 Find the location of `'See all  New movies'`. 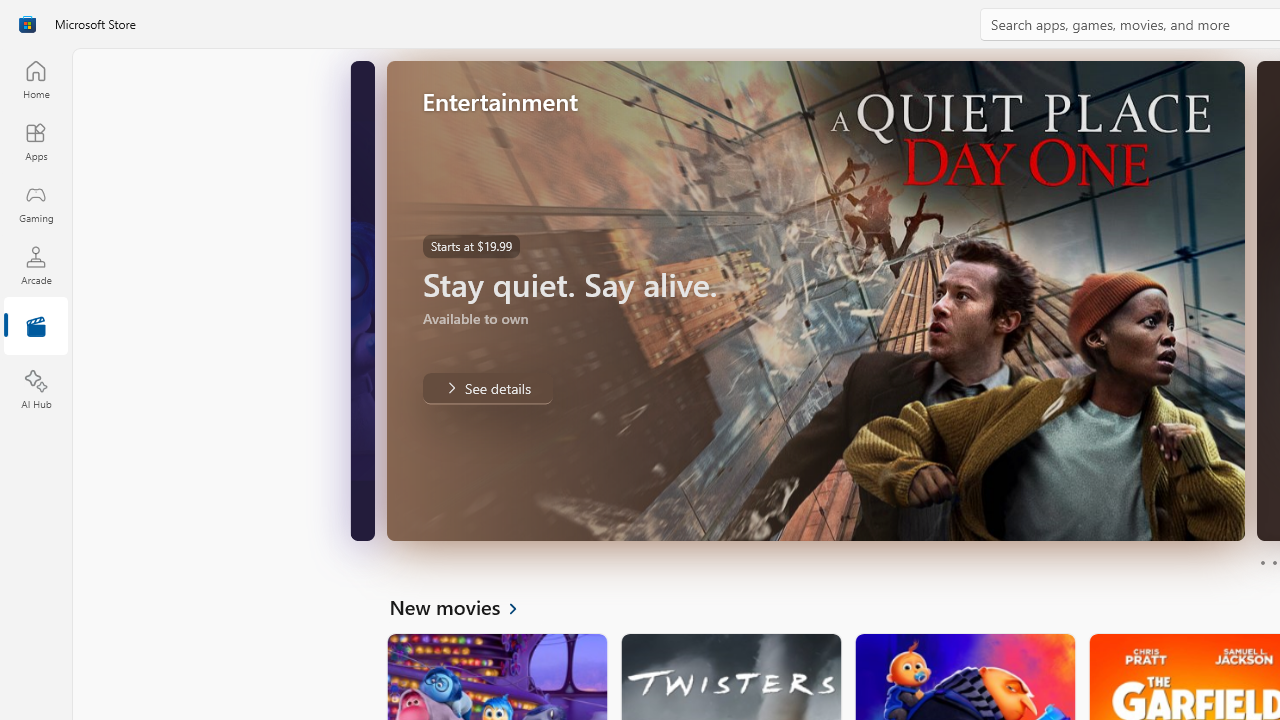

'See all  New movies' is located at coordinates (464, 605).